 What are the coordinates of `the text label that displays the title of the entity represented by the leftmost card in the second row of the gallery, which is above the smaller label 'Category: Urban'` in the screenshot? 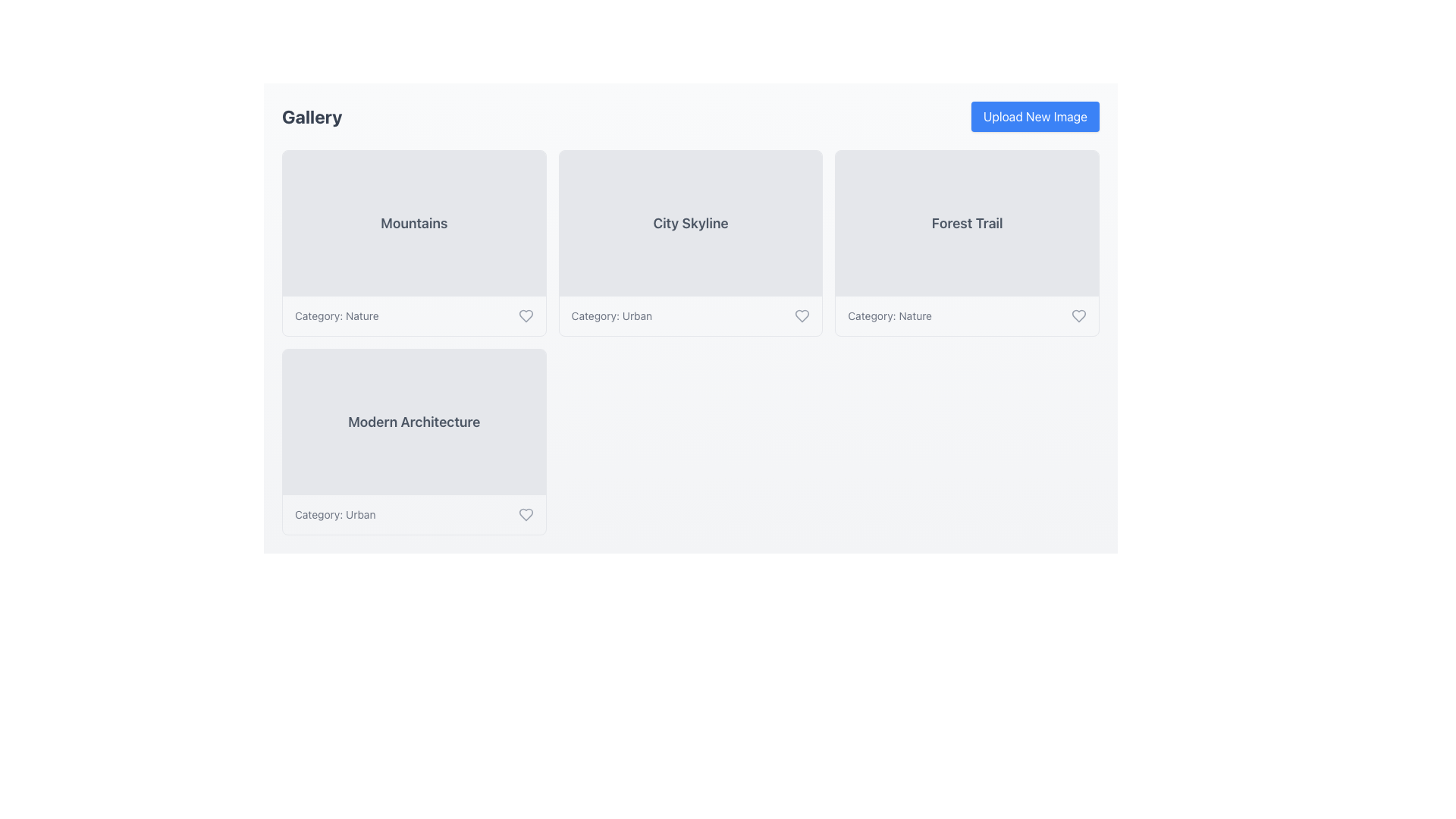 It's located at (414, 422).